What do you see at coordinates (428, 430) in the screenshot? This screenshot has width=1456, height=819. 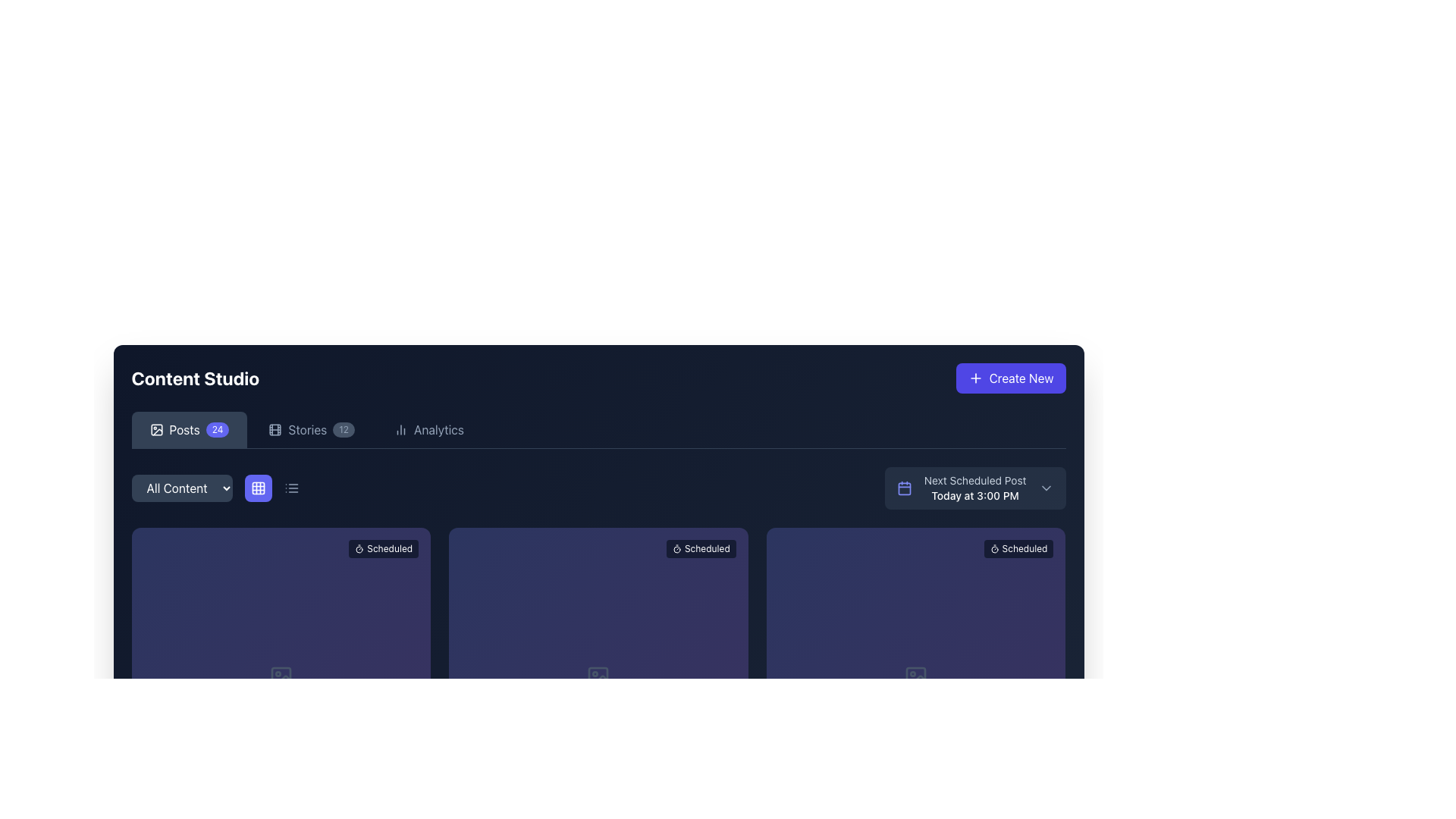 I see `the third navigation tab labeled 'Analytics'` at bounding box center [428, 430].